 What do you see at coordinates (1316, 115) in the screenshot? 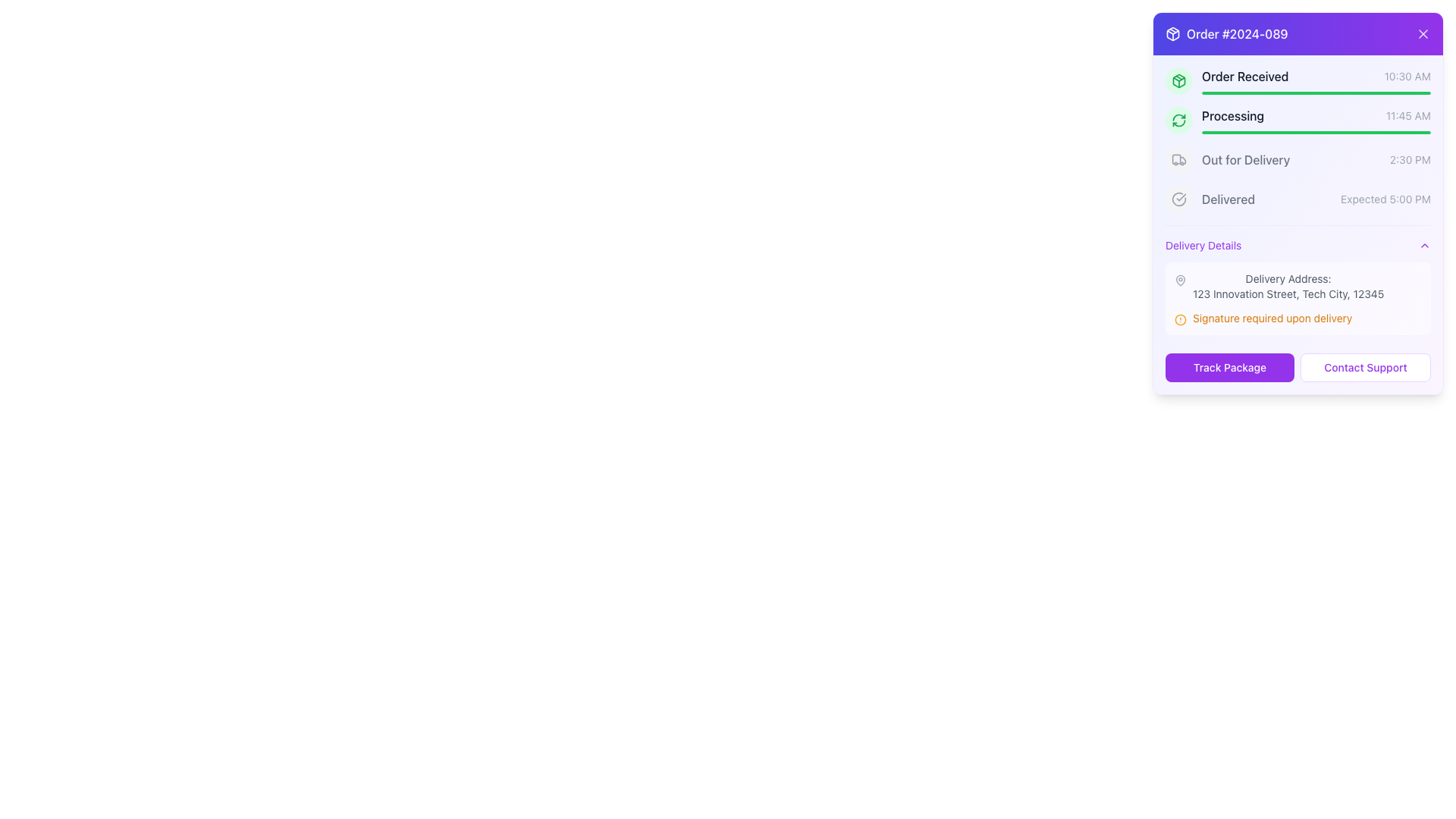
I see `the 'Processing' status indicator with the timestamp '11:45 AM', which is the second element in the vertical list of status indicators, located beneath 'Order Received' and above 'Out for Delivery'` at bounding box center [1316, 115].